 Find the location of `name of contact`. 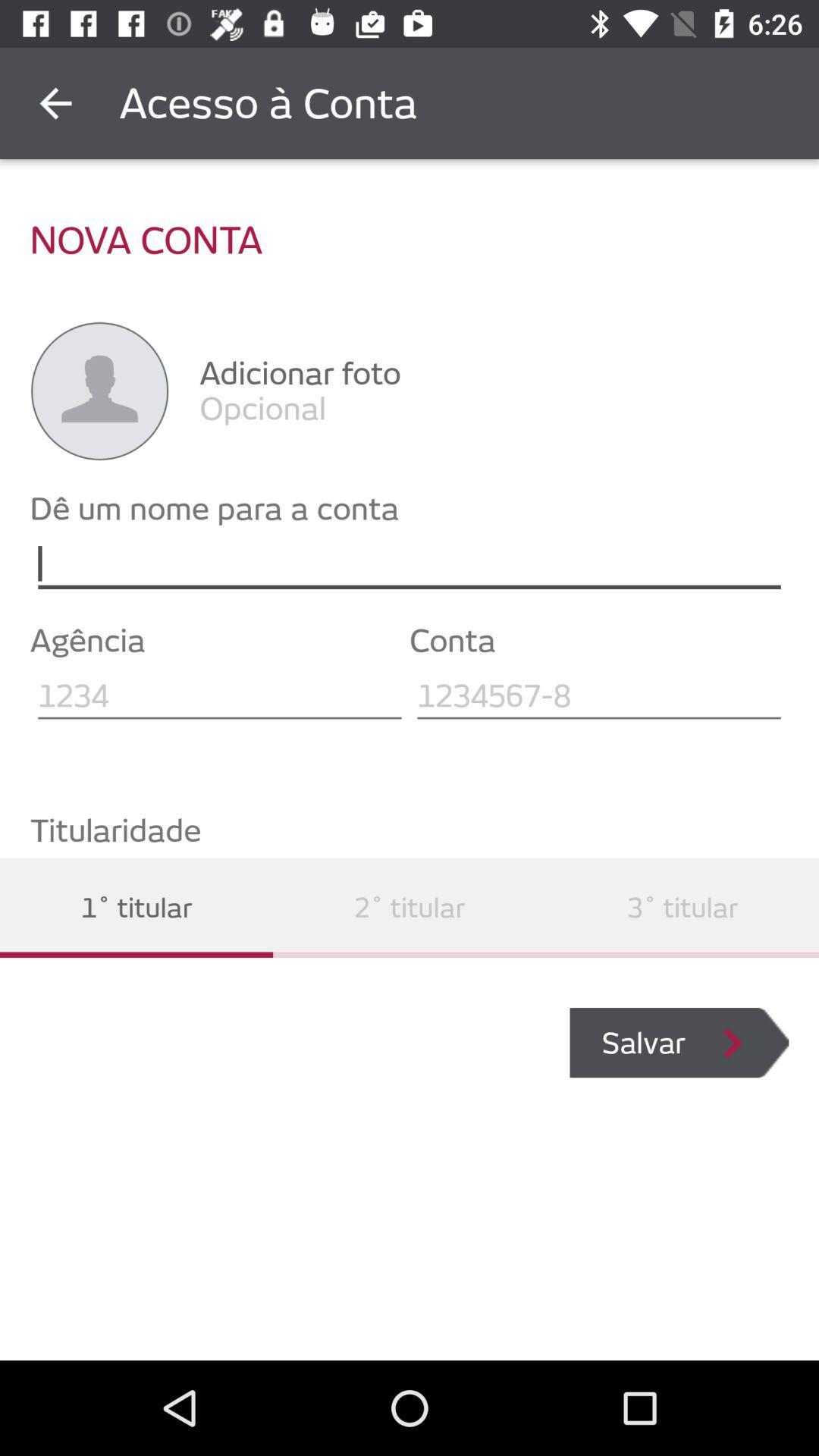

name of contact is located at coordinates (409, 563).